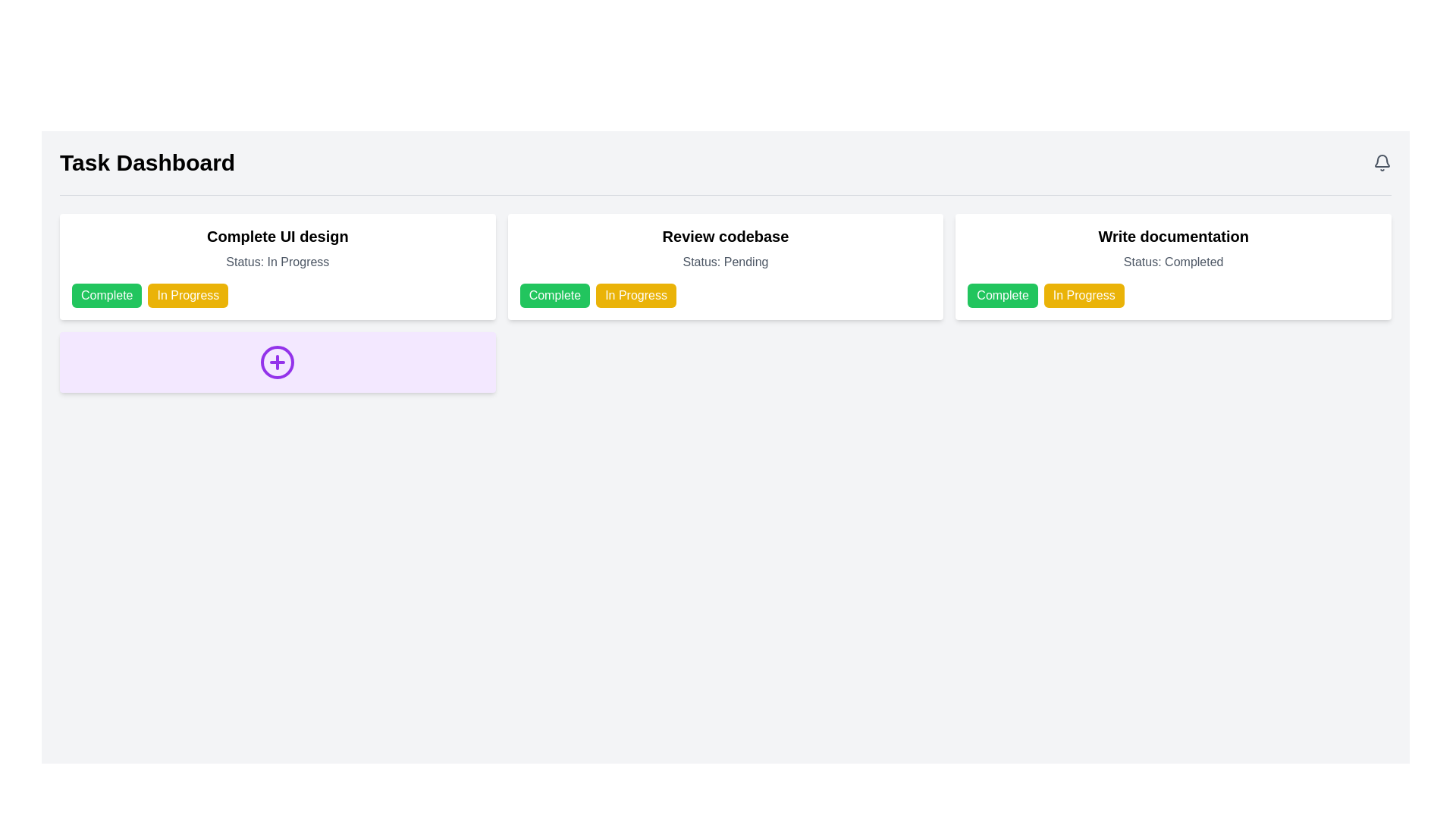  I want to click on the circular icon component of the plus sign located within the purple rectangular box below the 'Complete UI design' task card, so click(278, 362).